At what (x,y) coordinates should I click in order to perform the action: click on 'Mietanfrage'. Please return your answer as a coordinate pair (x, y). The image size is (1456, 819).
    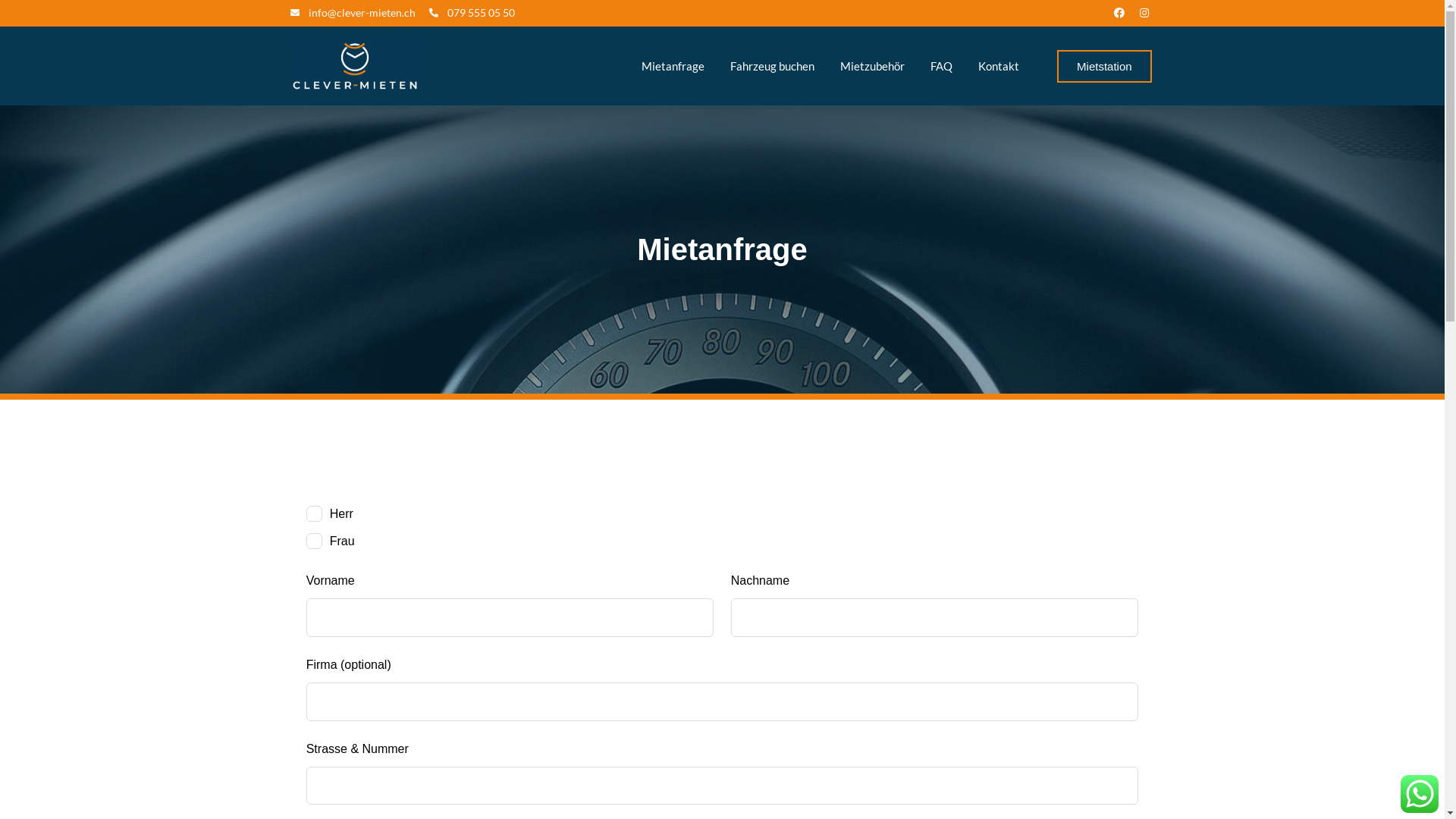
    Looking at the image, I should click on (672, 65).